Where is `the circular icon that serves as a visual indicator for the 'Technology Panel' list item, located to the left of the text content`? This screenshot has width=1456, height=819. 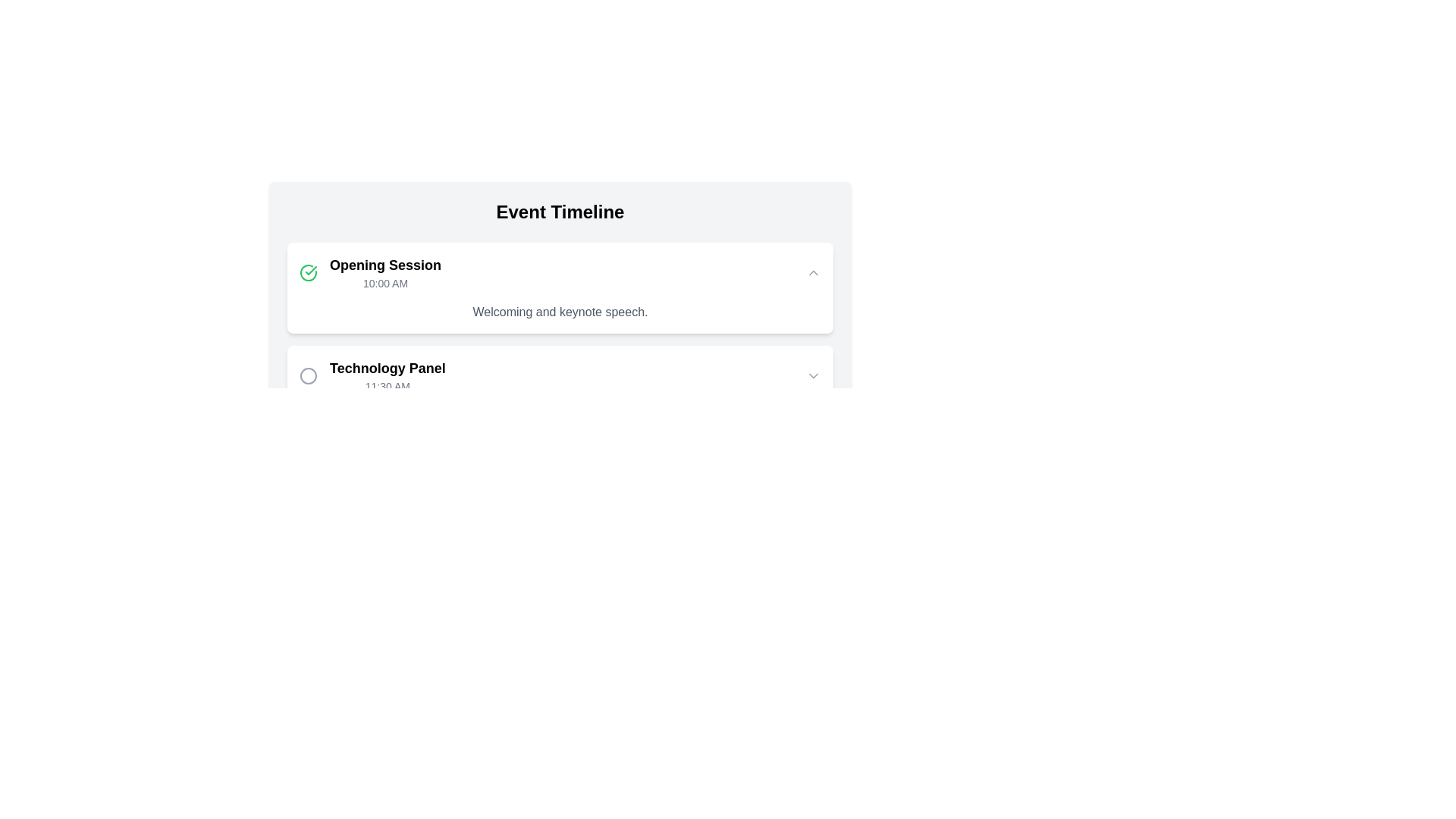 the circular icon that serves as a visual indicator for the 'Technology Panel' list item, located to the left of the text content is located at coordinates (308, 375).